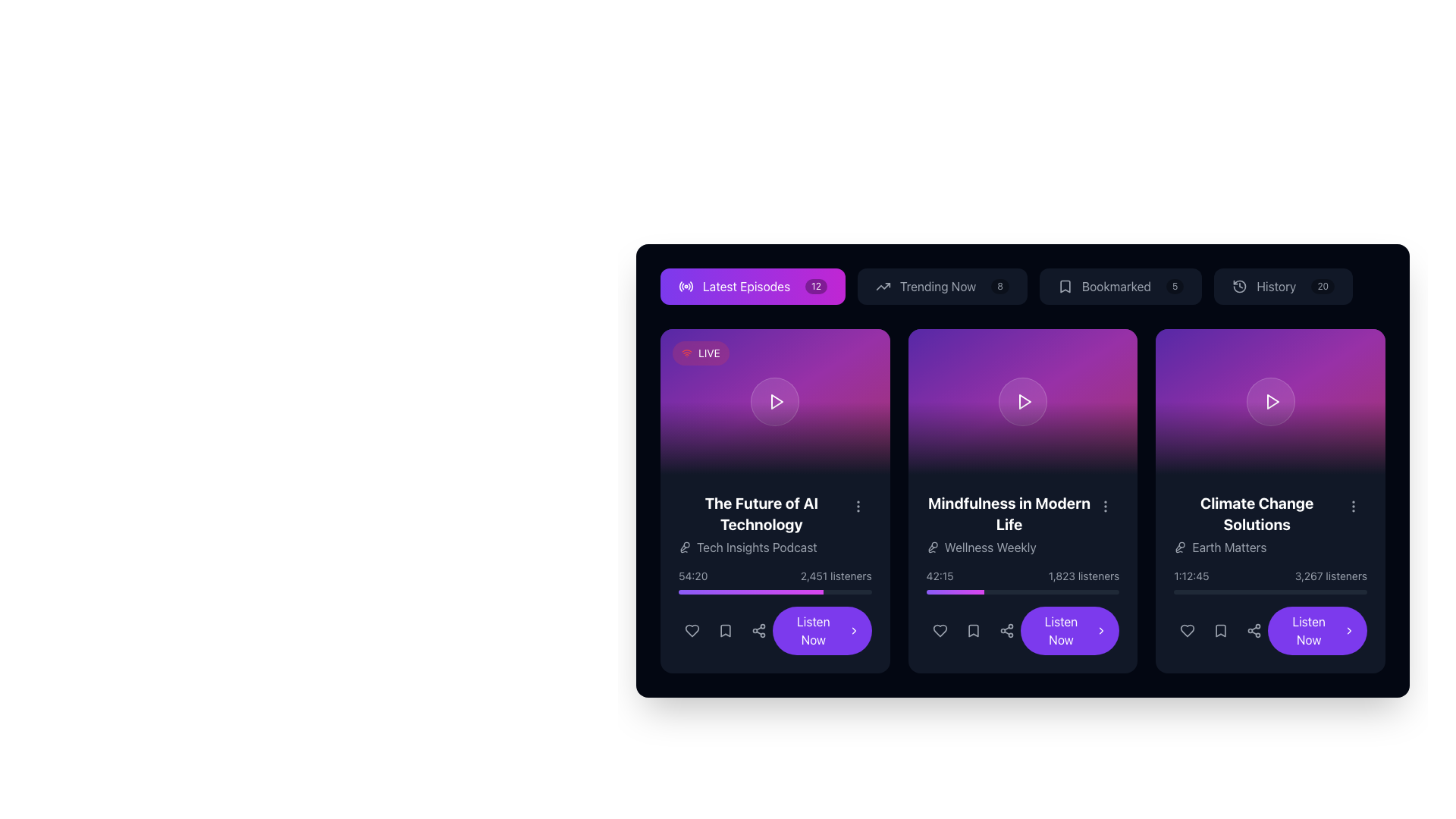 Image resolution: width=1456 pixels, height=819 pixels. I want to click on the 'LIVE' static text label displayed in white font within a red, rounded rectangular badge that has a semi-transparent background and a pulsating Wi-Fi icon to the left, so click(708, 353).